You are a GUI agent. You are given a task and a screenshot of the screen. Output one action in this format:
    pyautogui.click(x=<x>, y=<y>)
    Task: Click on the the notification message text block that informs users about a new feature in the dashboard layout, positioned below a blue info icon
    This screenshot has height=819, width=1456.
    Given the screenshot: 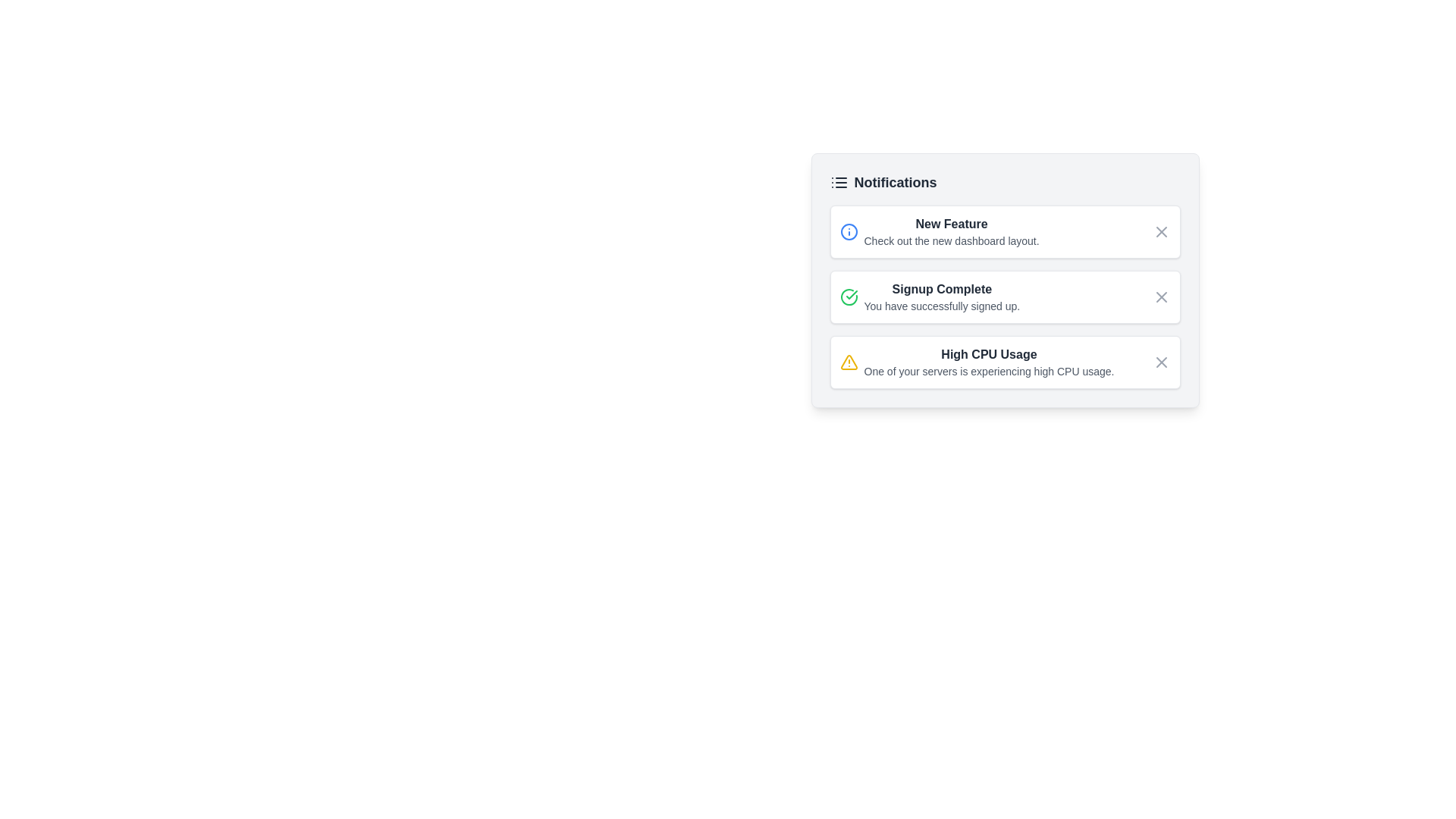 What is the action you would take?
    pyautogui.click(x=951, y=231)
    